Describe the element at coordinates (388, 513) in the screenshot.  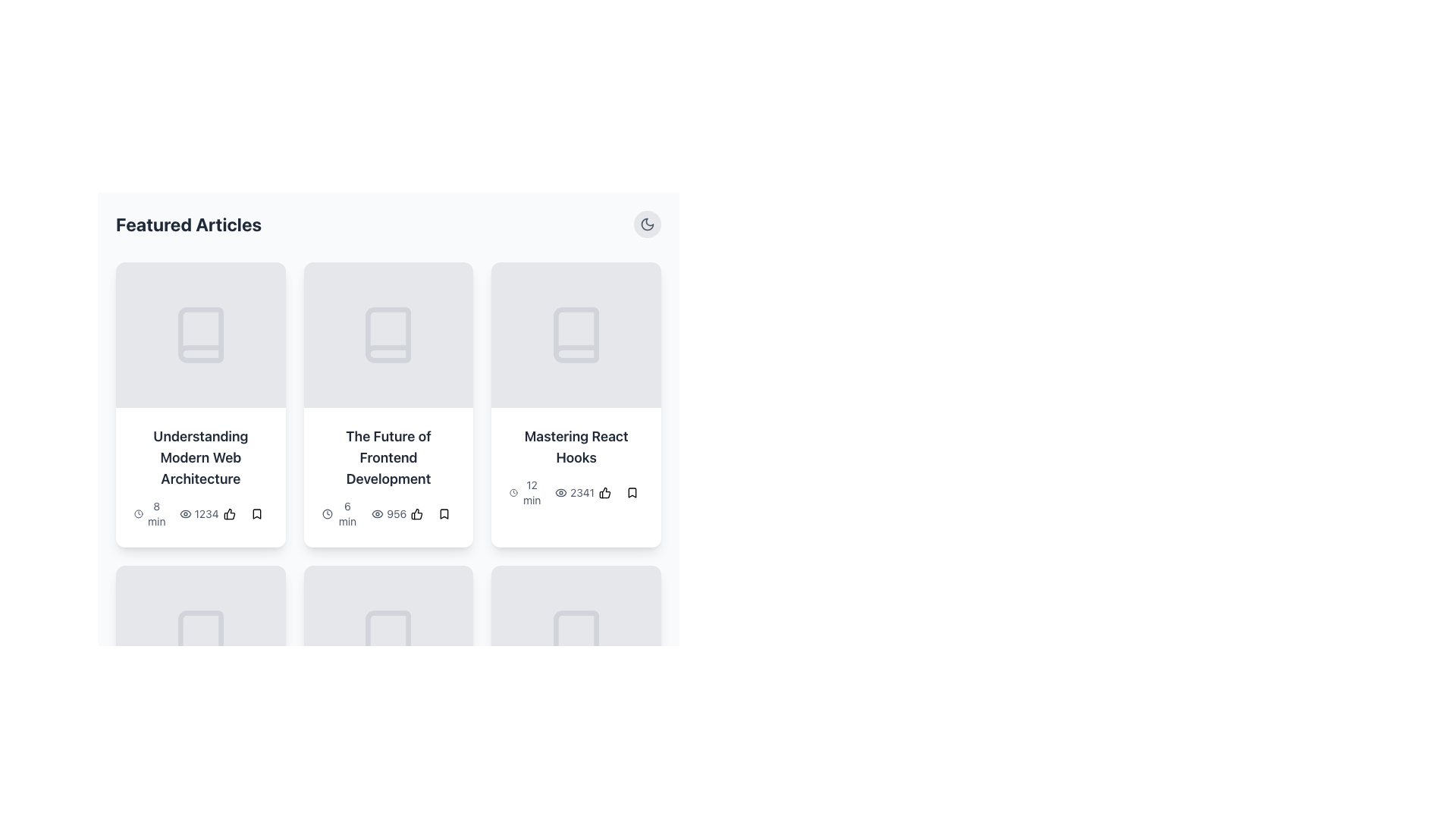
I see `the text element displaying '6 min' and '956', which is positioned below the title 'The Future of Frontend Development' in the middle card of a three-column layout` at that location.